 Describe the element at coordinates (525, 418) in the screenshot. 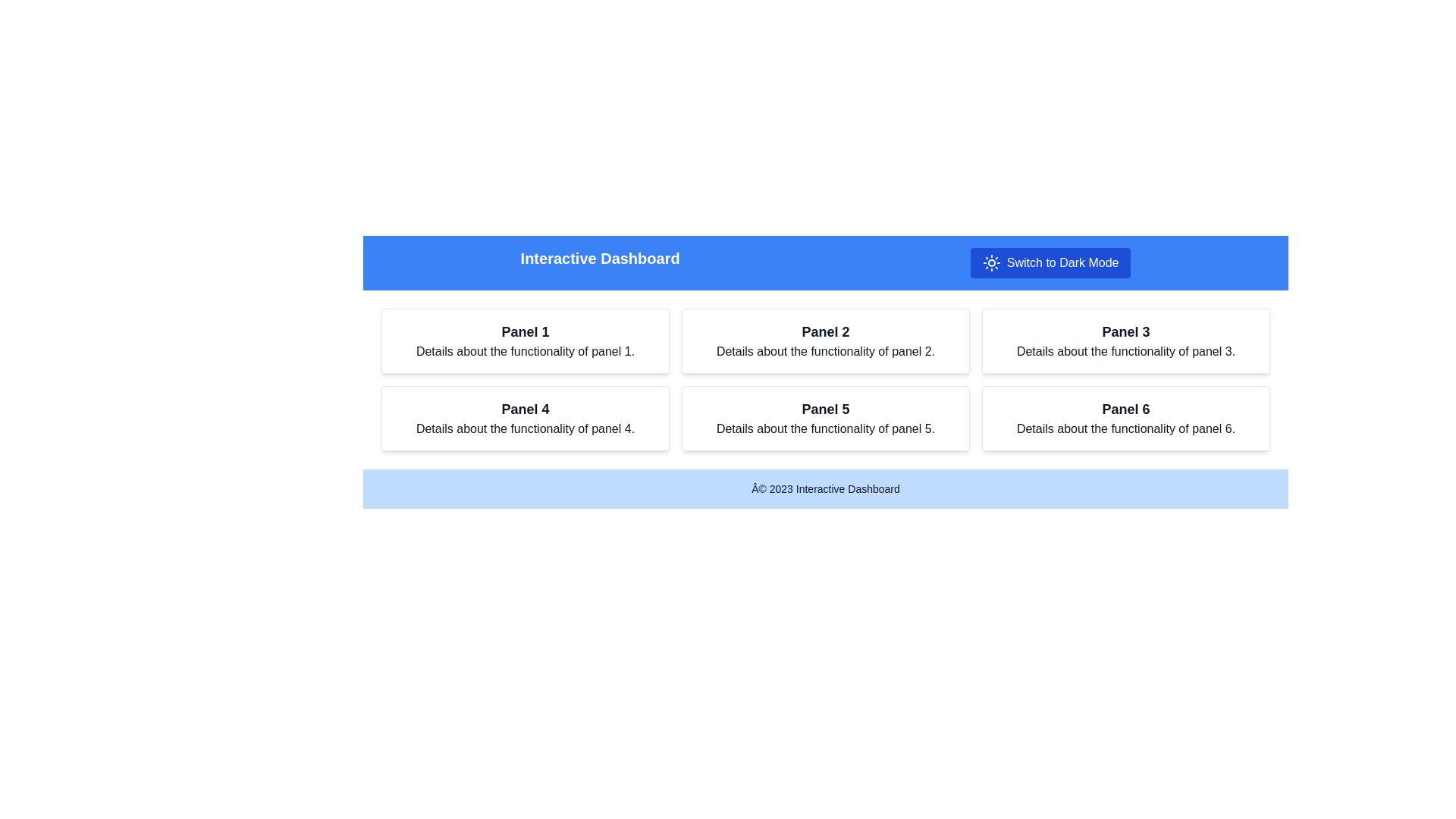

I see `the Information panel titled 'Panel 4', which is located in the lower row of a grid layout, occupying the leftmost position, immediately below 'Panel 1' and to the left of 'Panel 5'` at that location.